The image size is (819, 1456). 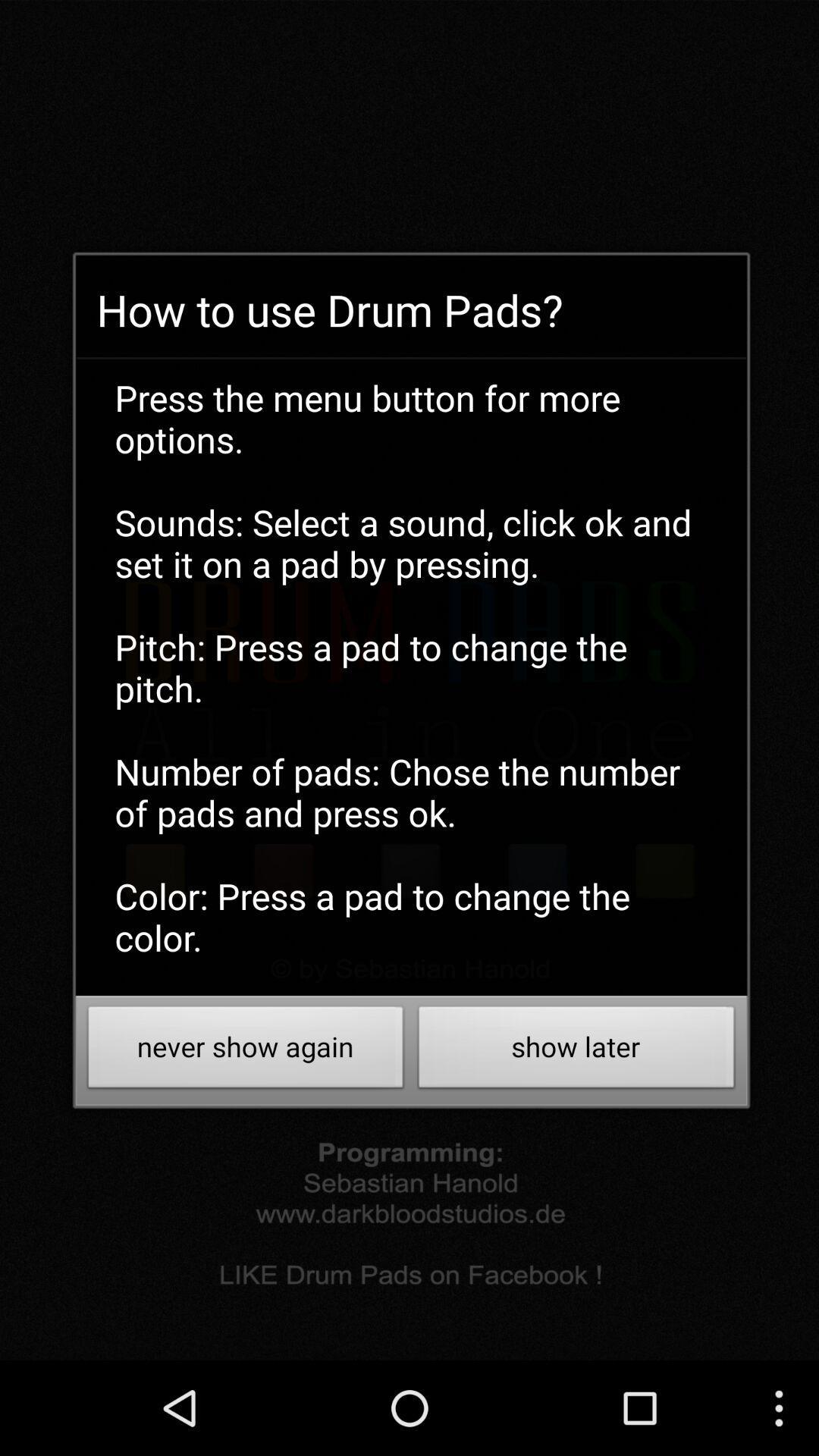 I want to click on the button next to never show again, so click(x=576, y=1050).